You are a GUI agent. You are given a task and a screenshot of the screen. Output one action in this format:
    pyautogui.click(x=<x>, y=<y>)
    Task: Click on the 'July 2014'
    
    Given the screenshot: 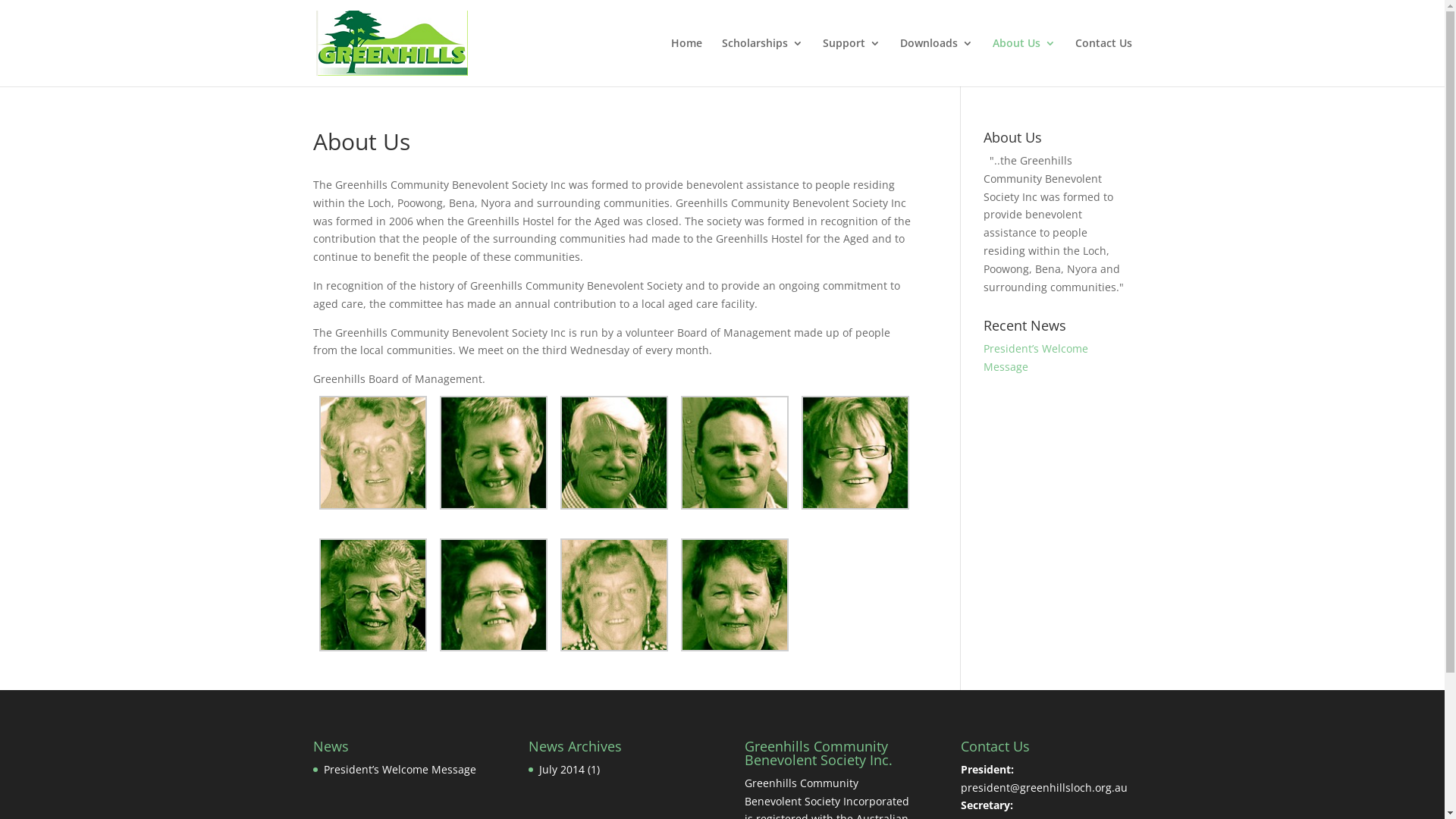 What is the action you would take?
    pyautogui.click(x=538, y=769)
    